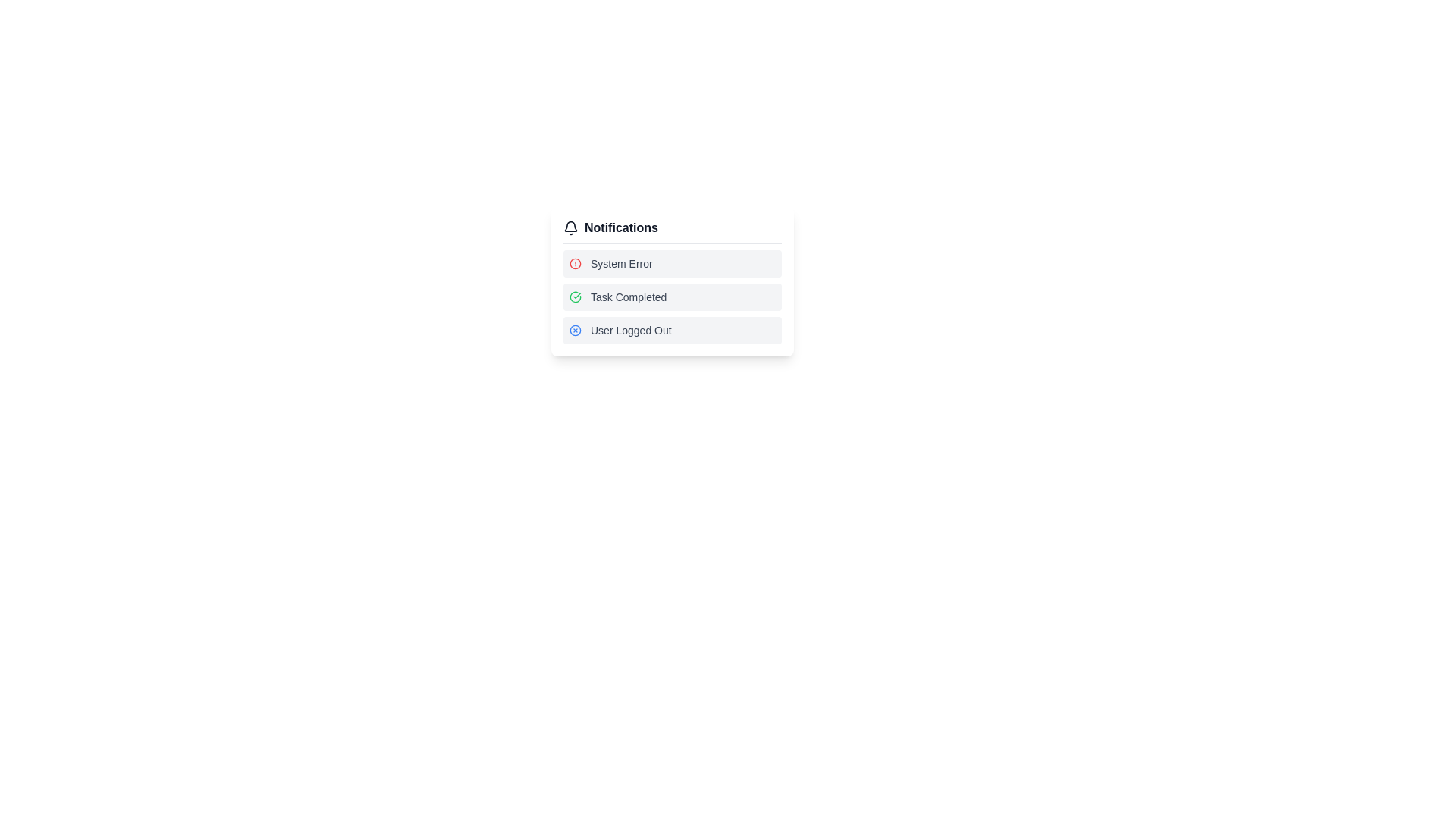 Image resolution: width=1456 pixels, height=819 pixels. I want to click on text label that says 'Task Completed', which is styled in a small, gray-colored font and is located within a notification card, in the second position from the top among a list of notifications, so click(629, 297).